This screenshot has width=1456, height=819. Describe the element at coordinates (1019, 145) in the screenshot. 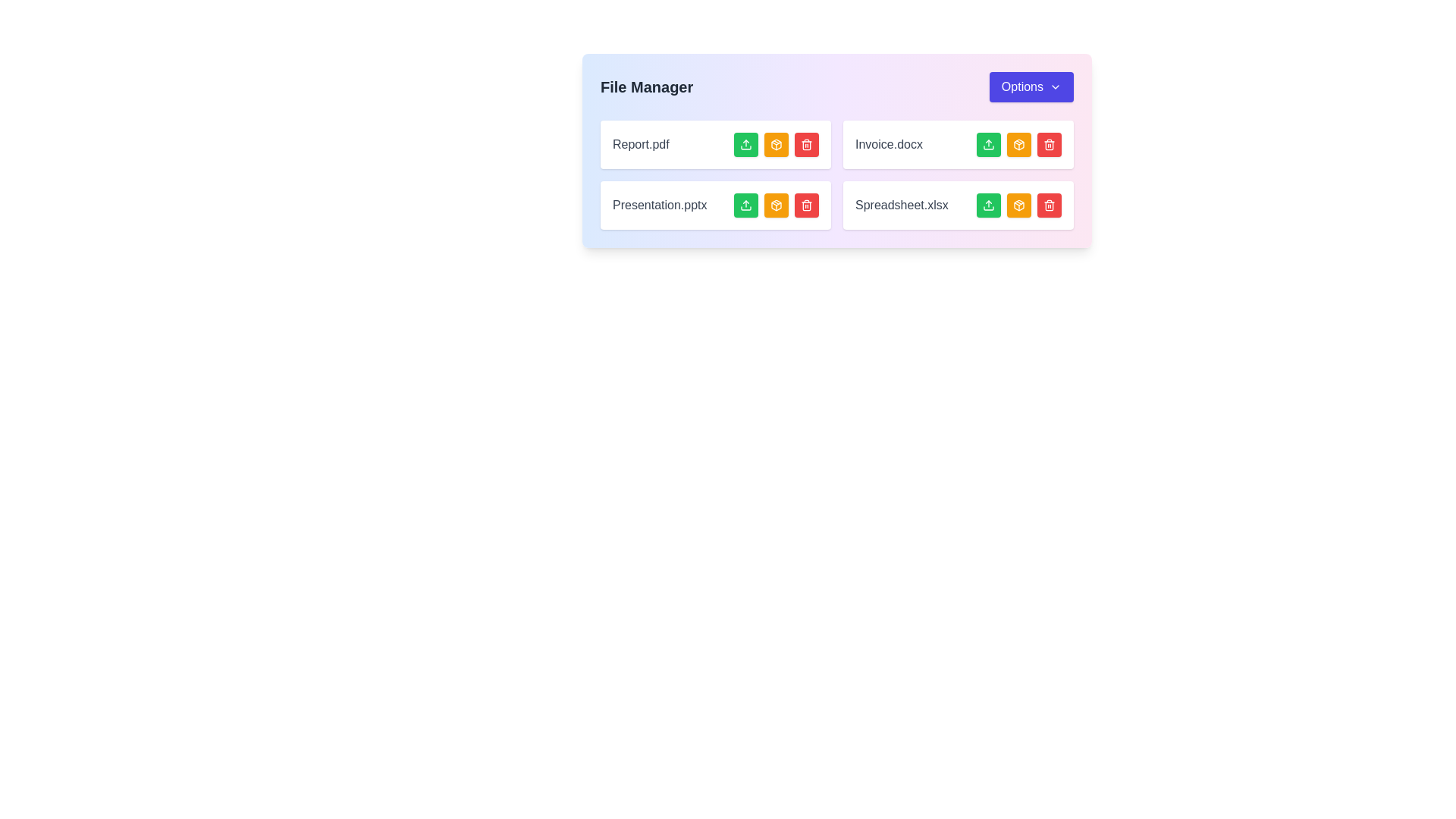

I see `the amber-colored archive button with a white icon, located on the far-right column of the 'Invoice.docx' row in the grid` at that location.